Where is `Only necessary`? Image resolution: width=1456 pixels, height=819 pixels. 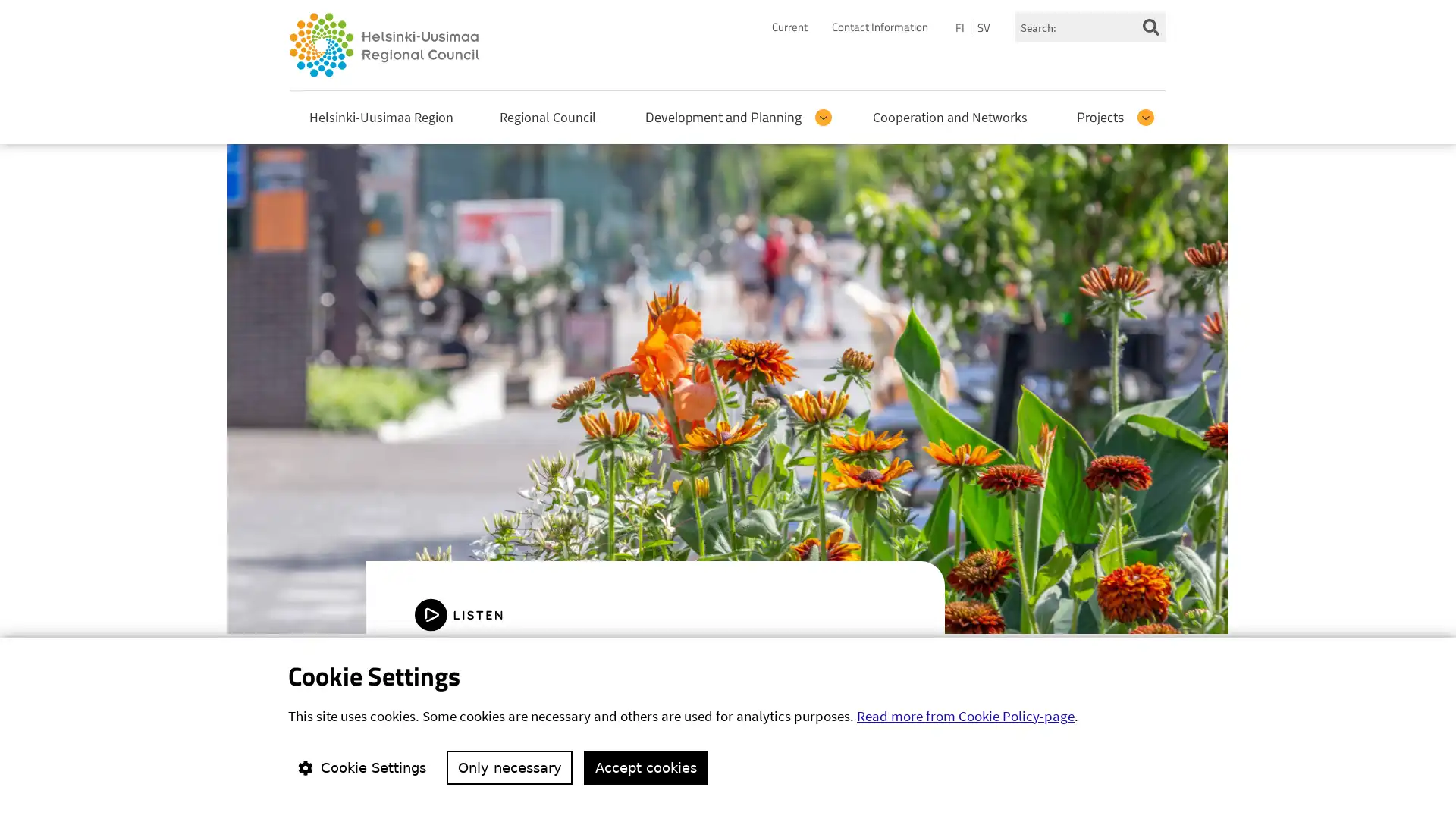
Only necessary is located at coordinates (510, 767).